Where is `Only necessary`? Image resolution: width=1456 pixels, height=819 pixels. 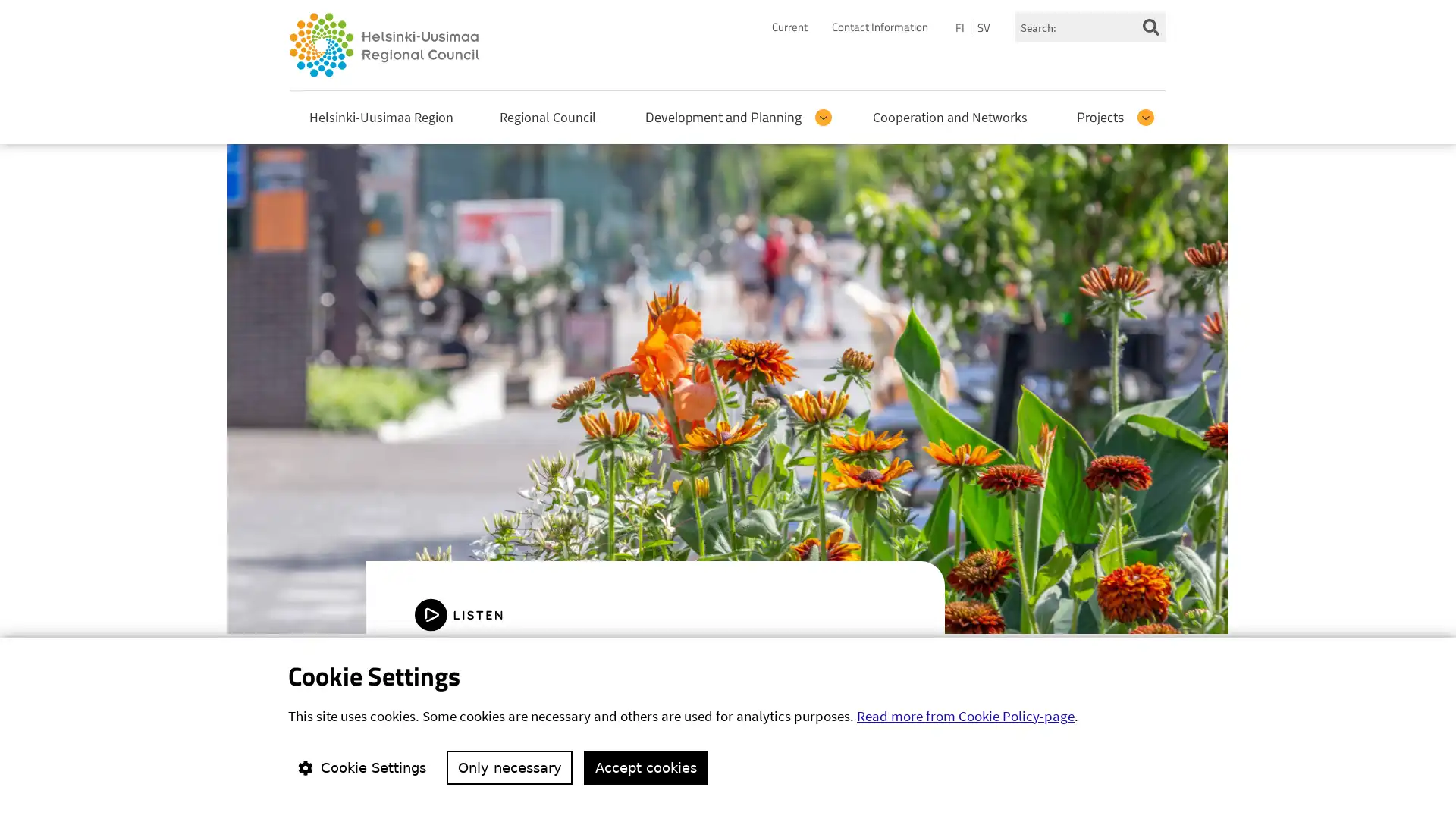
Only necessary is located at coordinates (510, 767).